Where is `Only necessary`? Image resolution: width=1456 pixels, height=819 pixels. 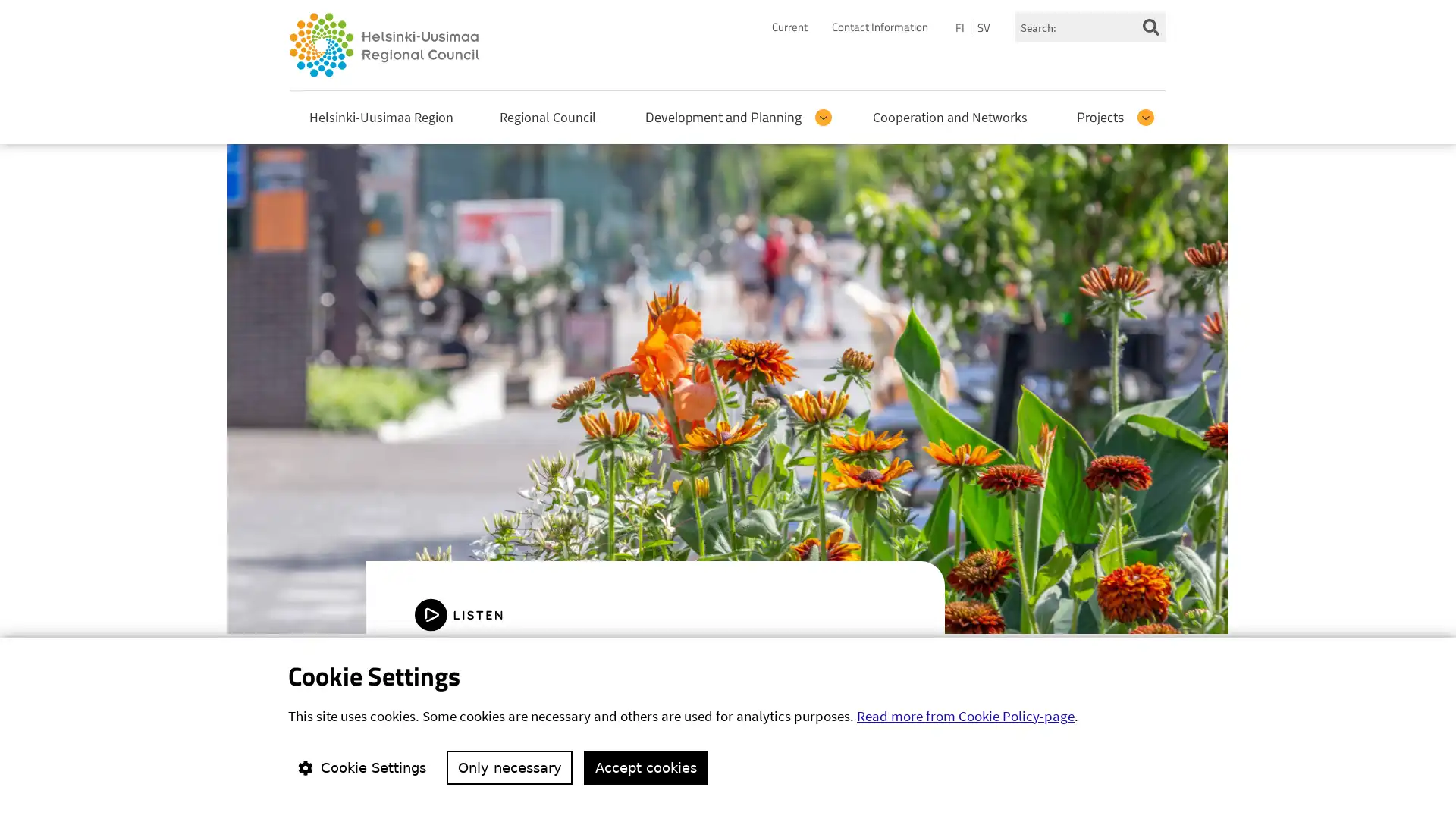
Only necessary is located at coordinates (510, 767).